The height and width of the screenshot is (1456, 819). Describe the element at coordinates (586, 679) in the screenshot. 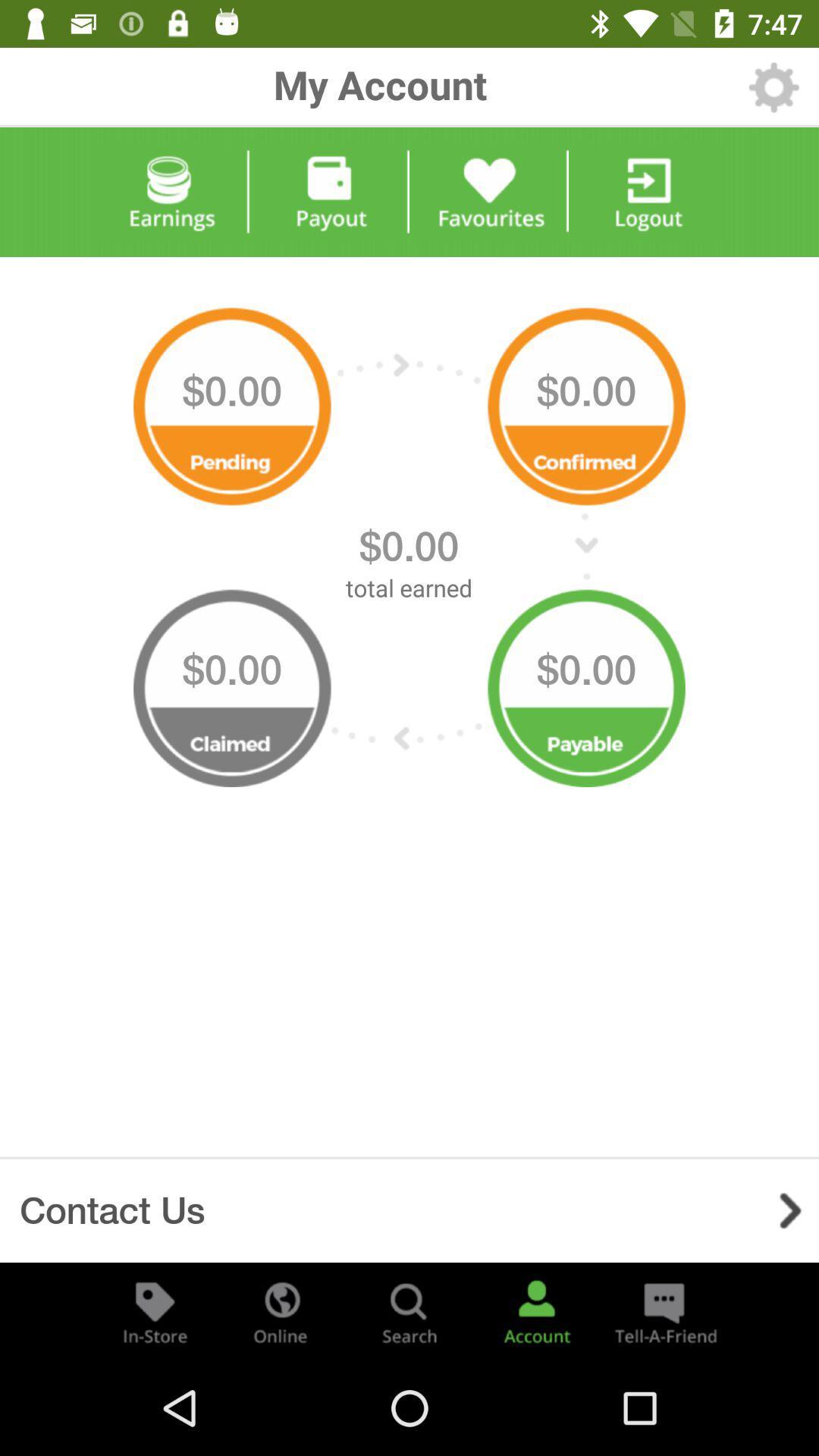

I see `the second image in second row` at that location.